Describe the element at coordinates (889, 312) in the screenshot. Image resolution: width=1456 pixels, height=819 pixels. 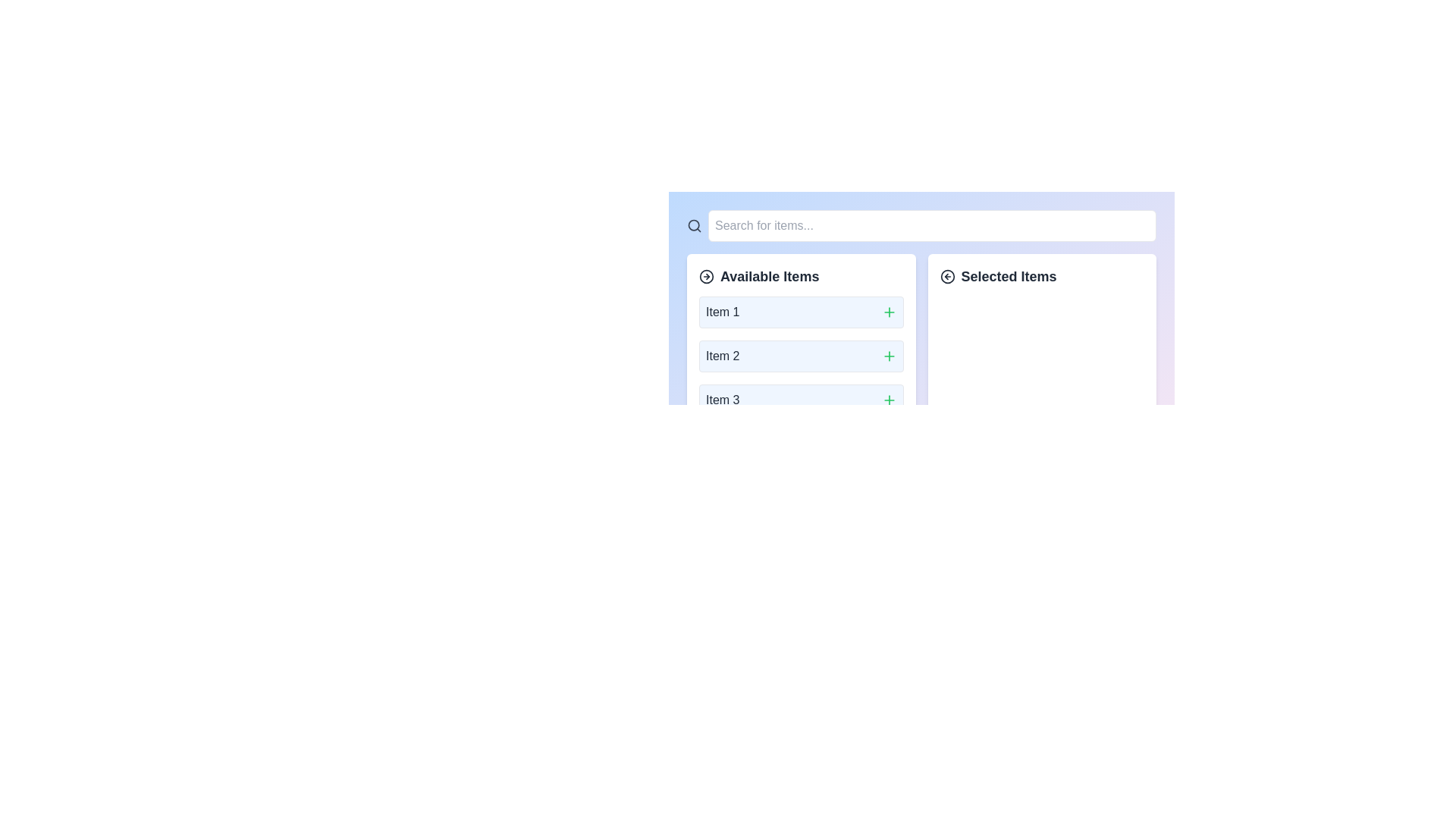
I see `the icon button associated with 'Item 1'` at that location.